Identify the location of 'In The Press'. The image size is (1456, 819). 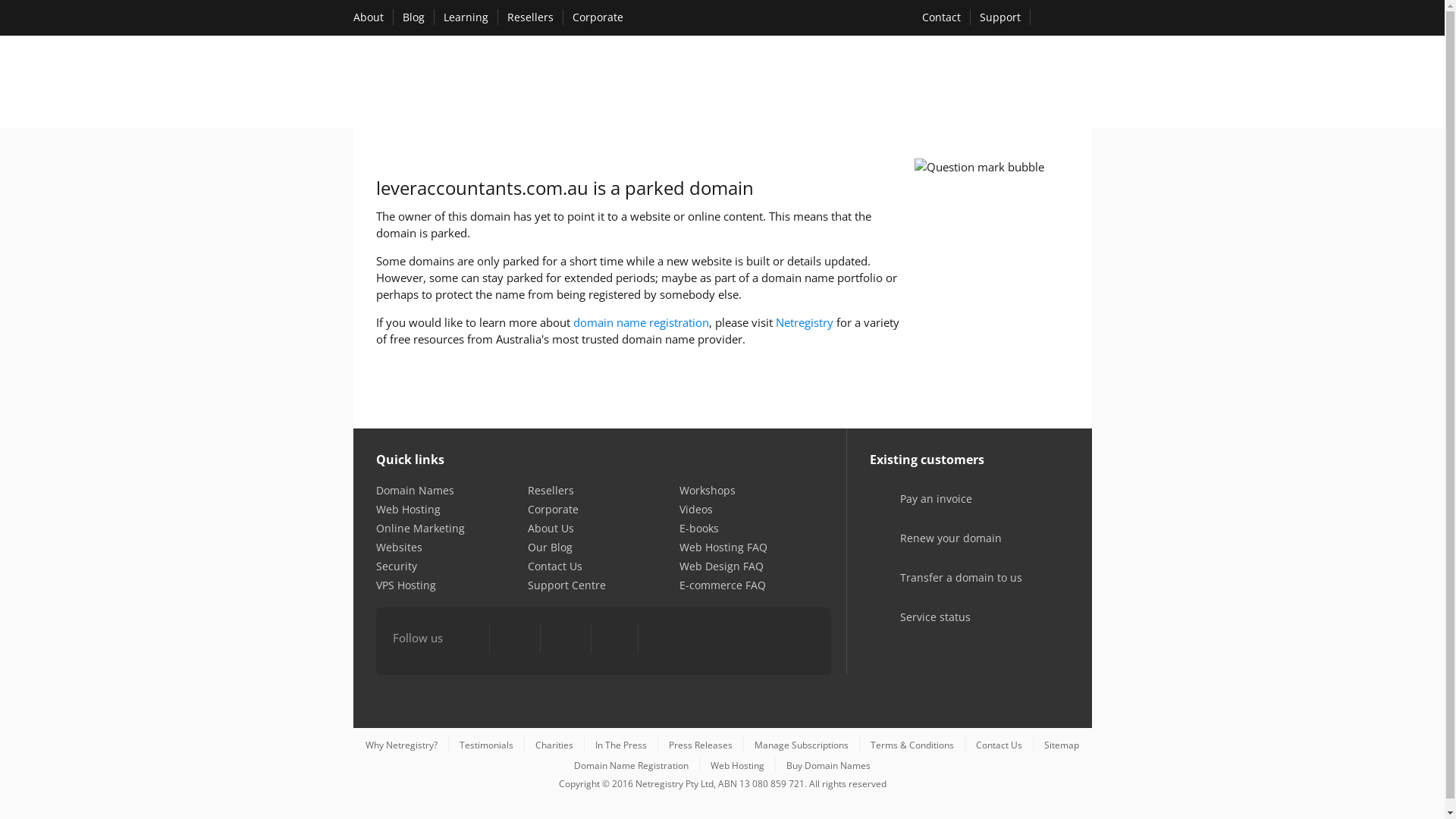
(621, 744).